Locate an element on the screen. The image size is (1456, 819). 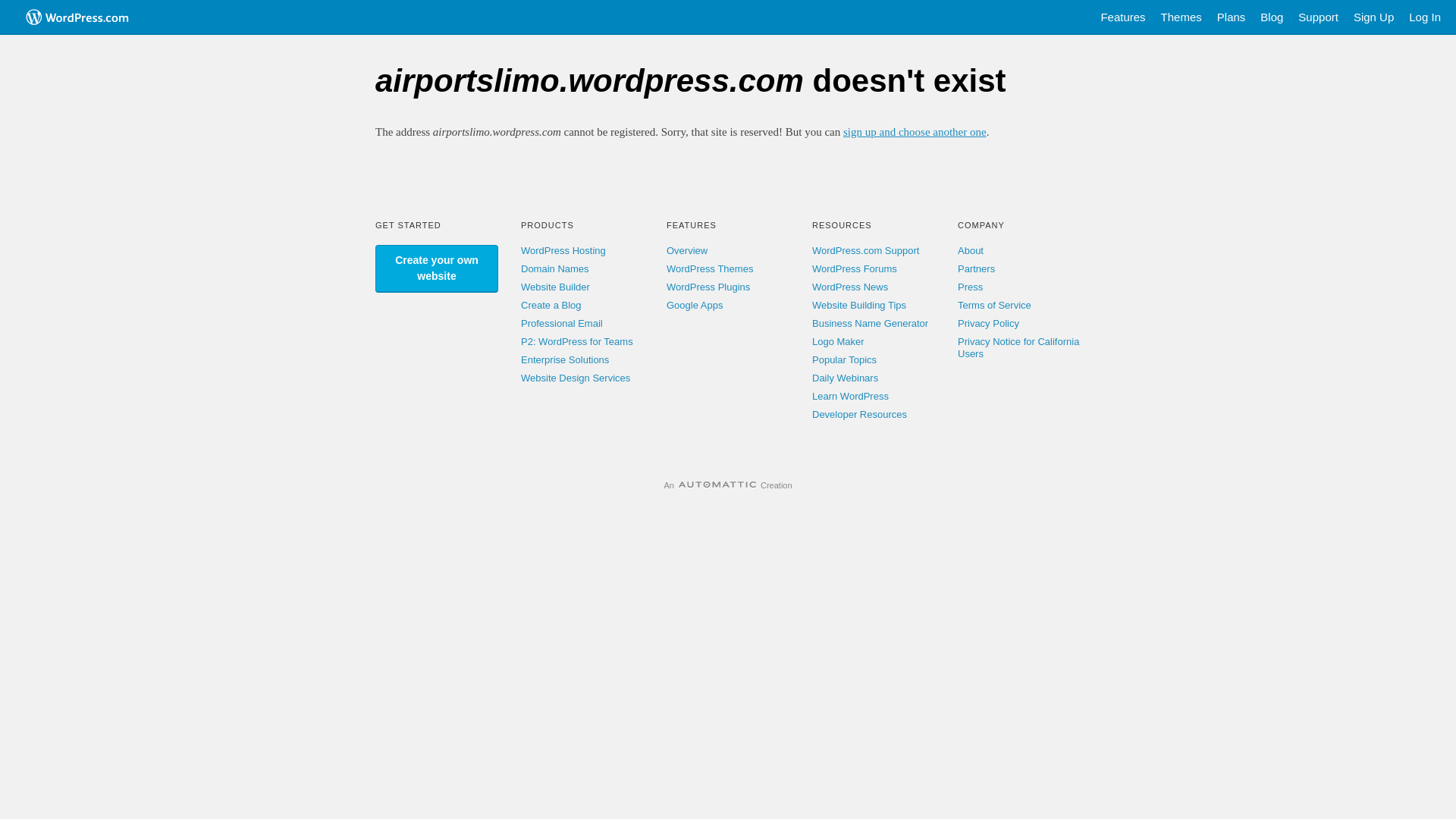
'WordPress News' is located at coordinates (850, 287).